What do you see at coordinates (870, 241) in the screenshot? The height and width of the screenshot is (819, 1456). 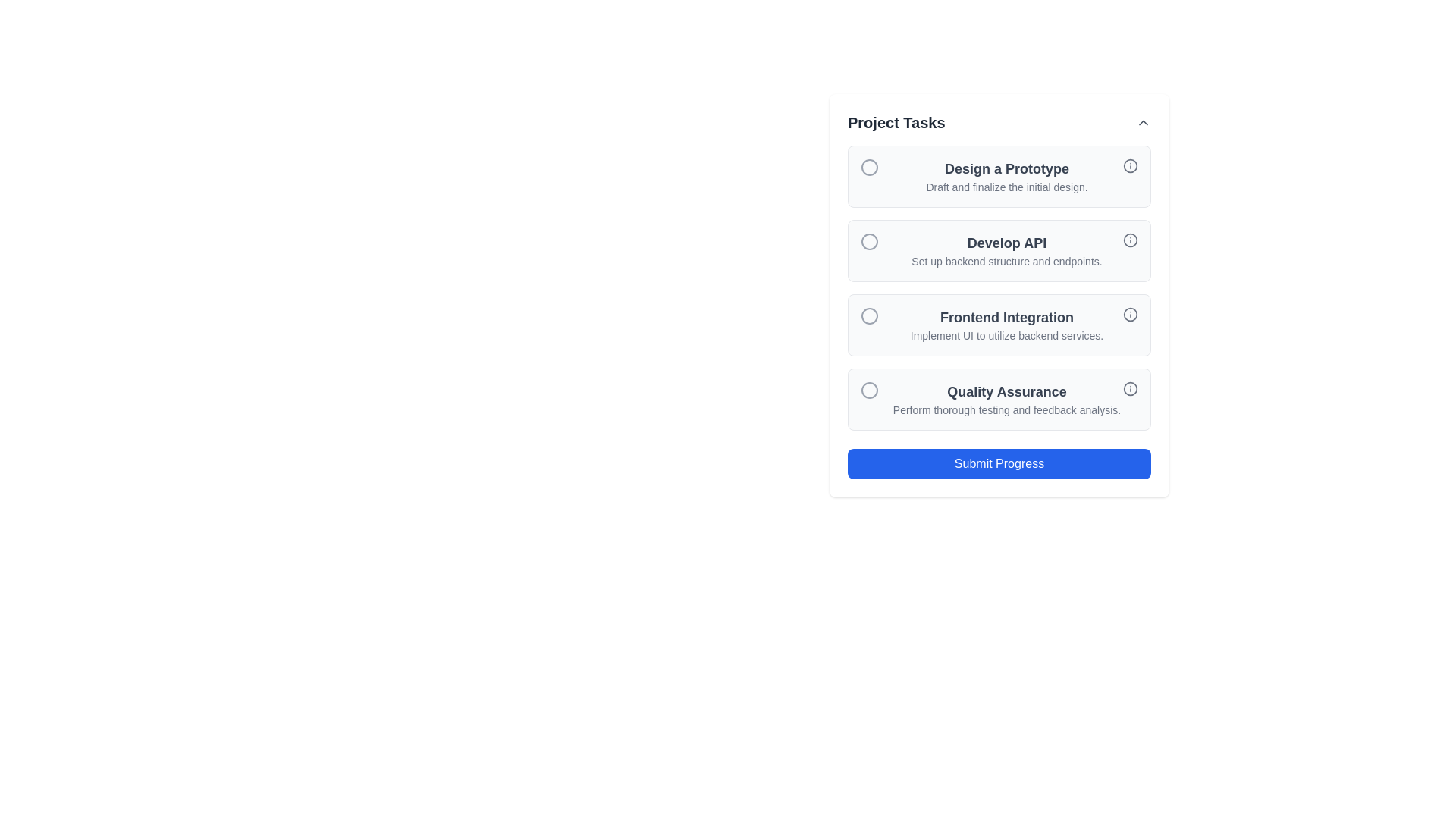 I see `the SVG Circle within the radio button of the third item in the checklist under the heading 'Develop API' to observe potential style changes` at bounding box center [870, 241].